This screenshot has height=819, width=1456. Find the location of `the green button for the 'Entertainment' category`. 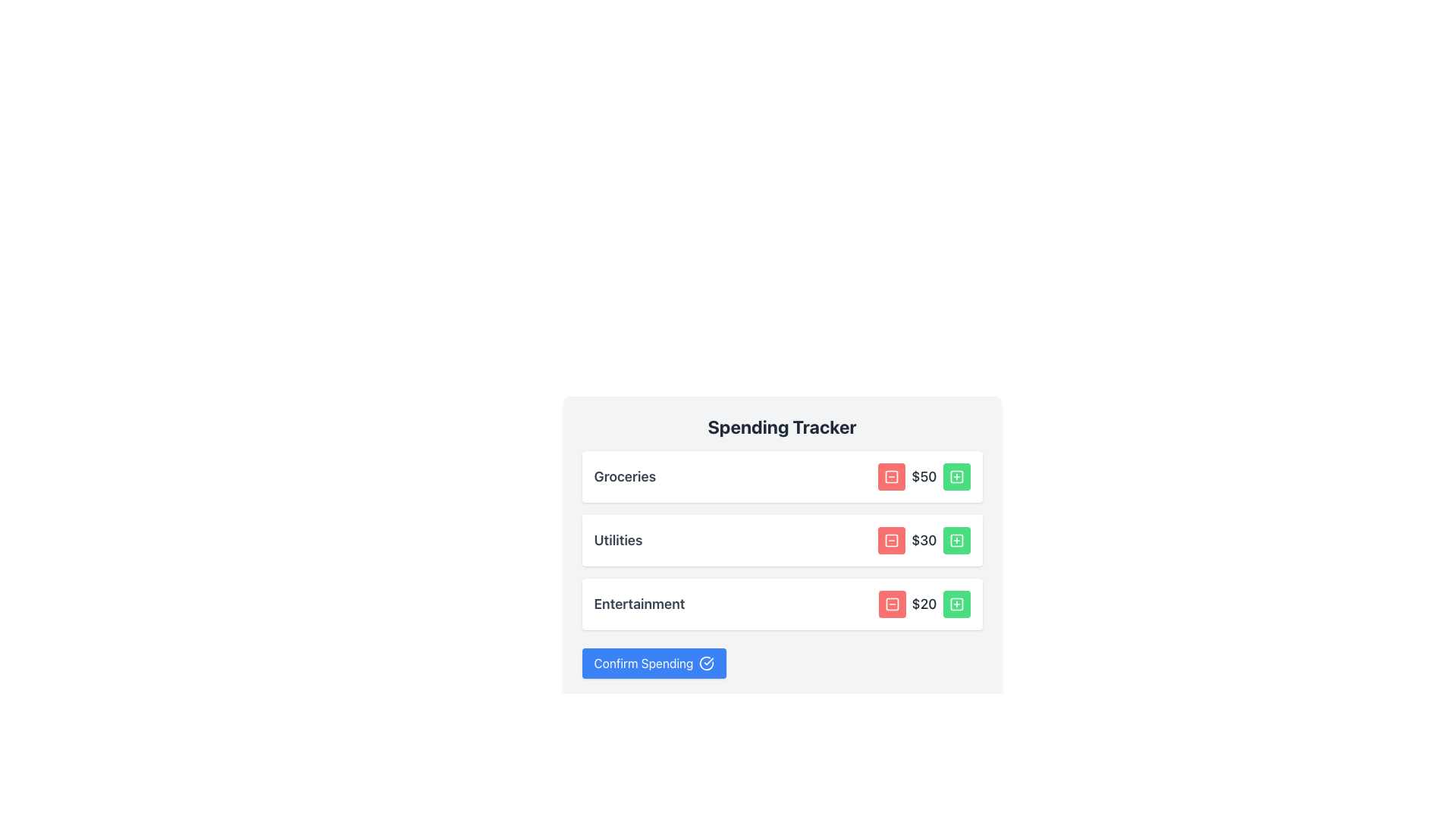

the green button for the 'Entertainment' category is located at coordinates (955, 604).